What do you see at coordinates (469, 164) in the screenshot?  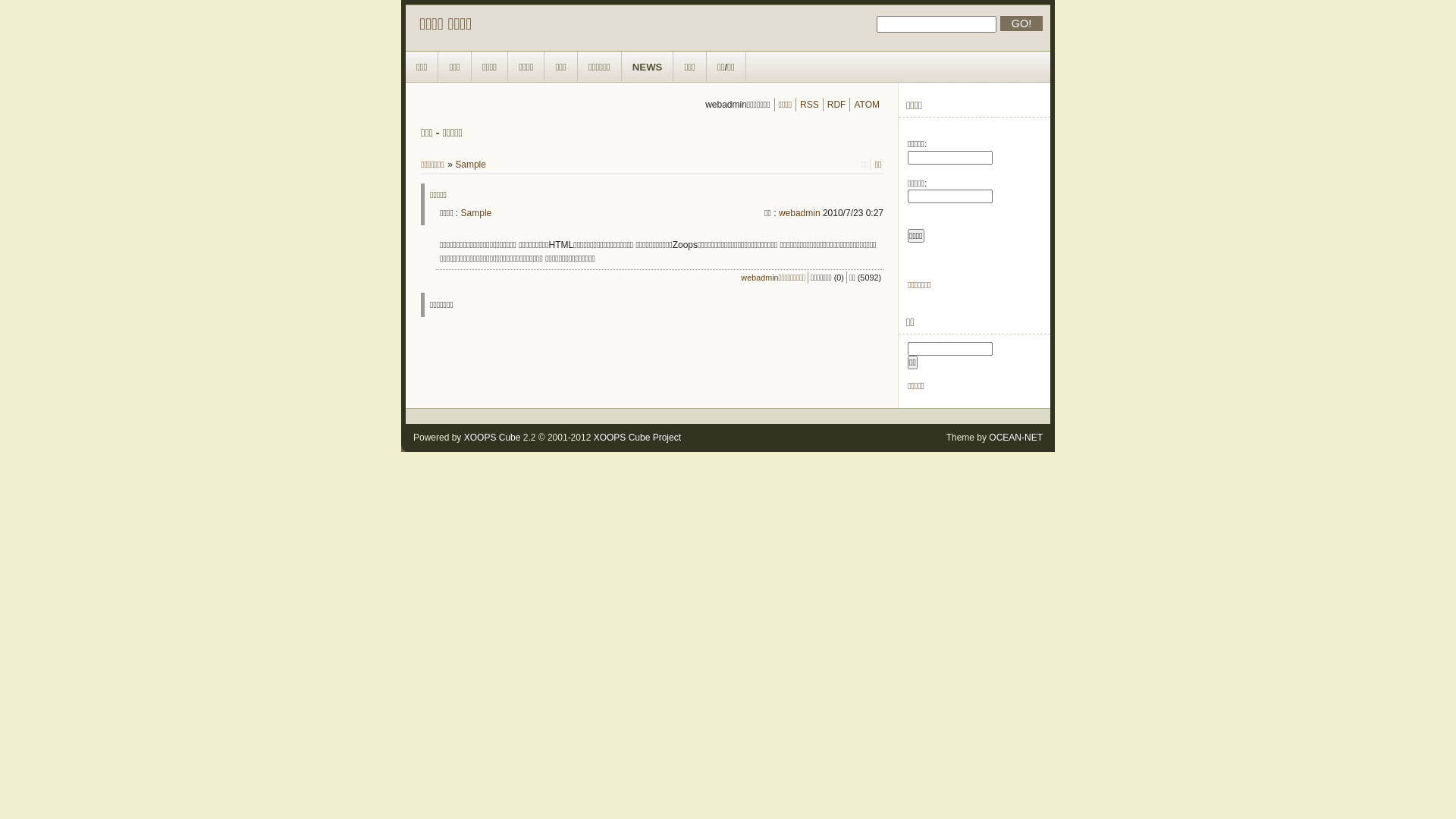 I see `'Sample'` at bounding box center [469, 164].